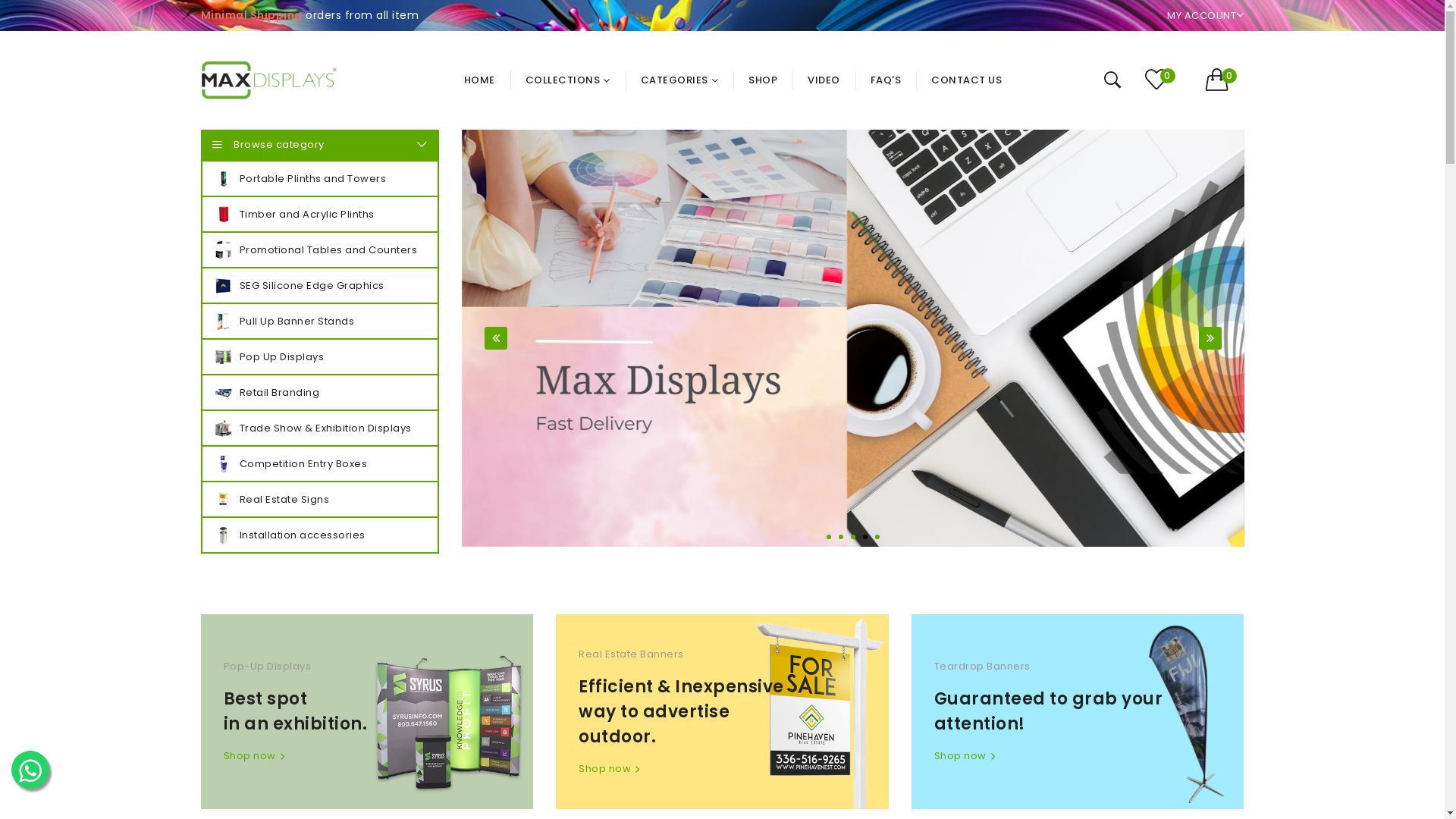  Describe the element at coordinates (487, 80) in the screenshot. I see `'HOME'` at that location.